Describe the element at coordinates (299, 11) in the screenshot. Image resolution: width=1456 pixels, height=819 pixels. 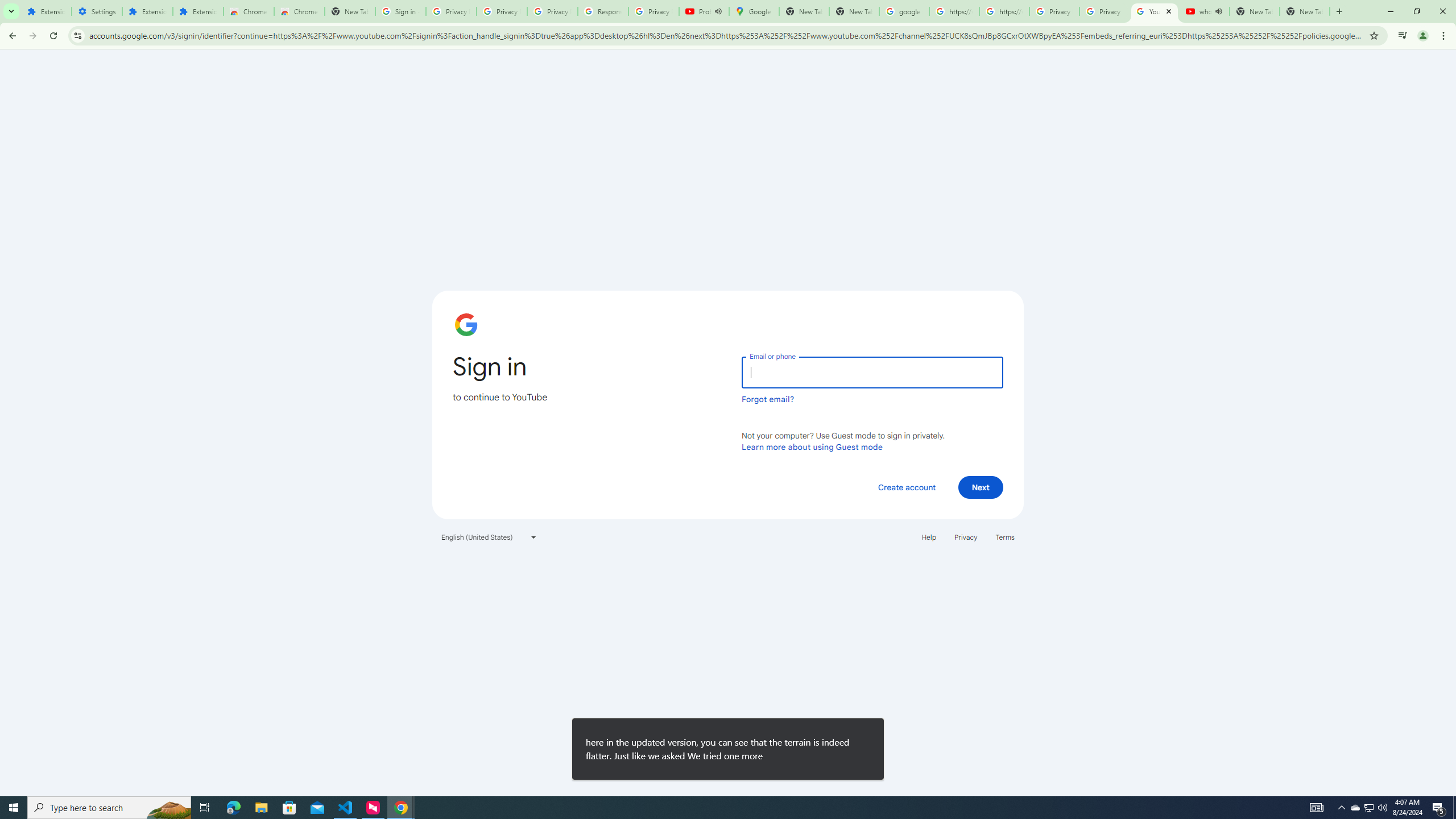
I see `'Chrome Web Store - Themes'` at that location.